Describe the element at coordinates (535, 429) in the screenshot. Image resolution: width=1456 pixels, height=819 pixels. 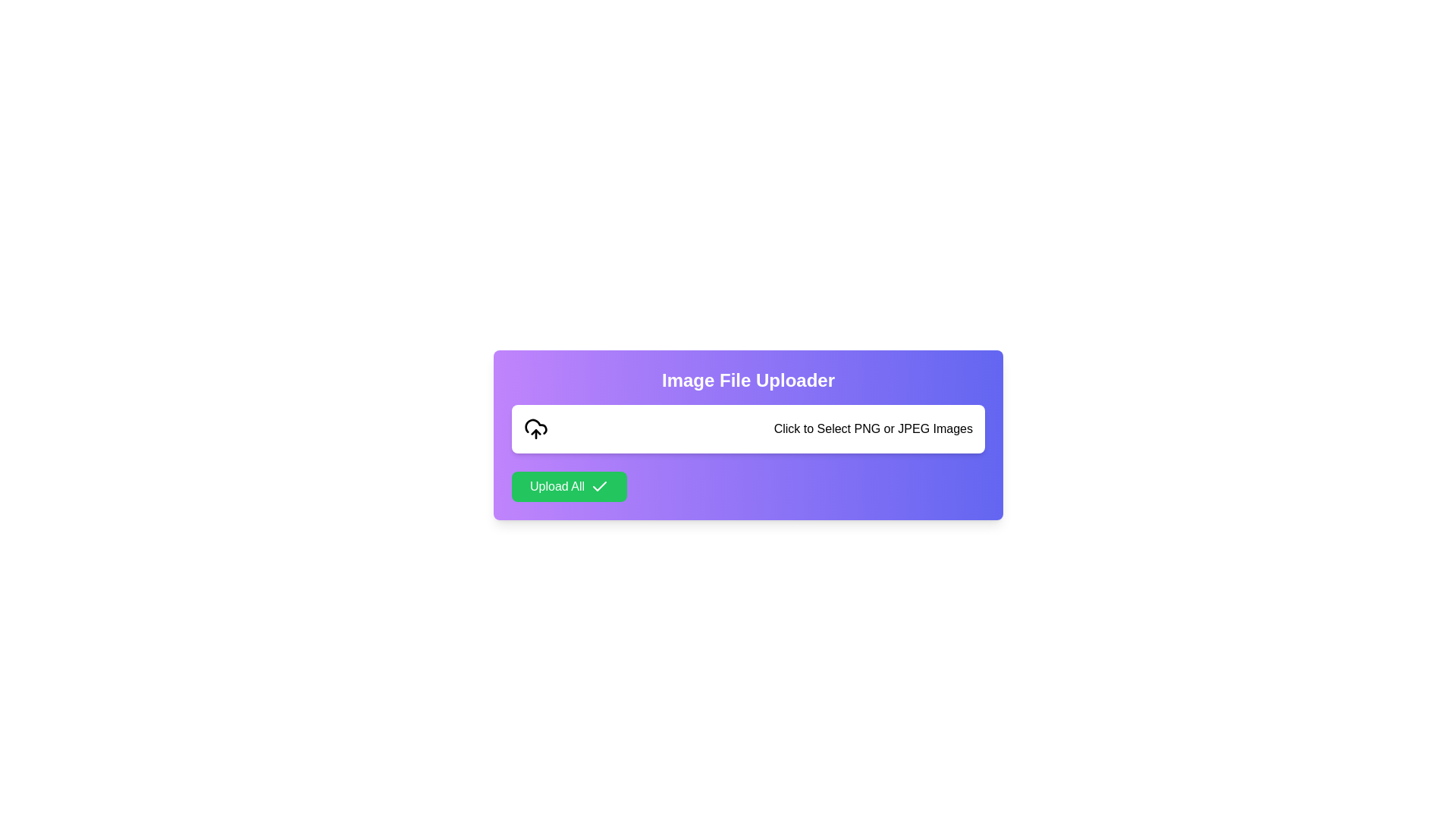
I see `the upload icon located to the far-left side of the input field labeled 'Click to Select PNG or JPEG Images', which is within a gradient purple background box` at that location.